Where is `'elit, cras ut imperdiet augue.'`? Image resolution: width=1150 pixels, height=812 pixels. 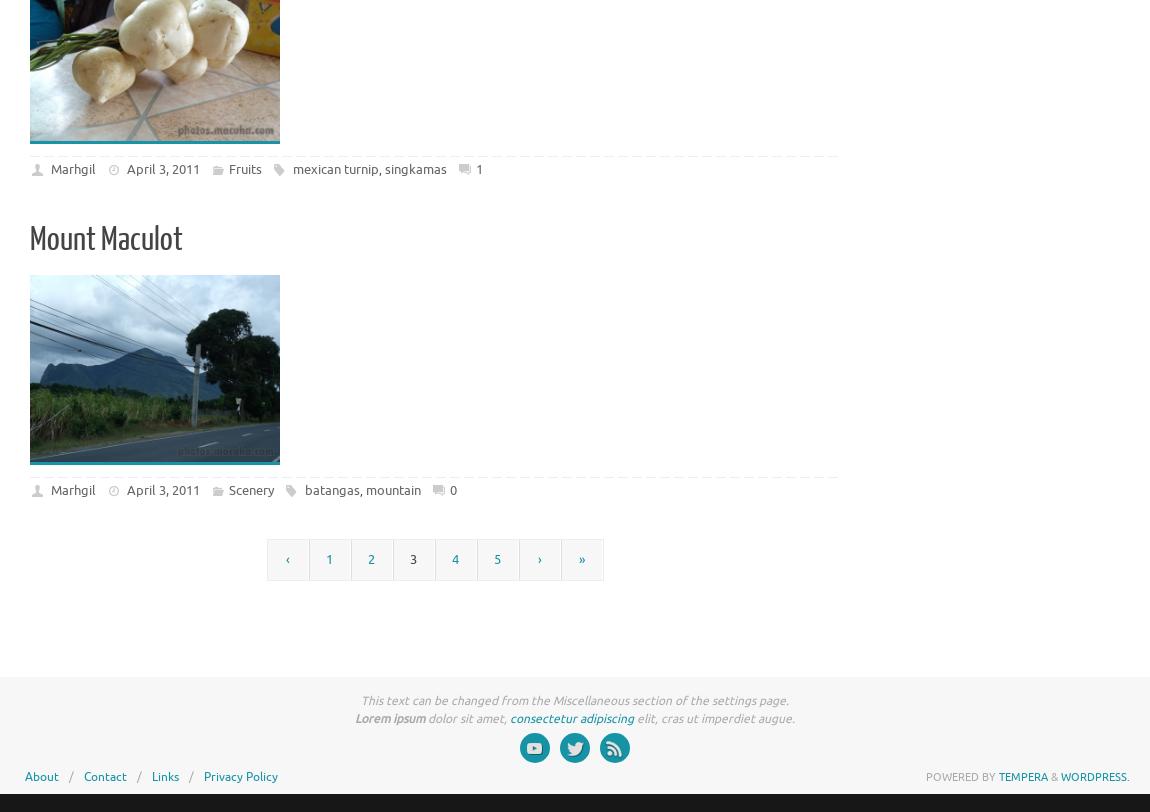
'elit, cras ut imperdiet augue.' is located at coordinates (713, 719).